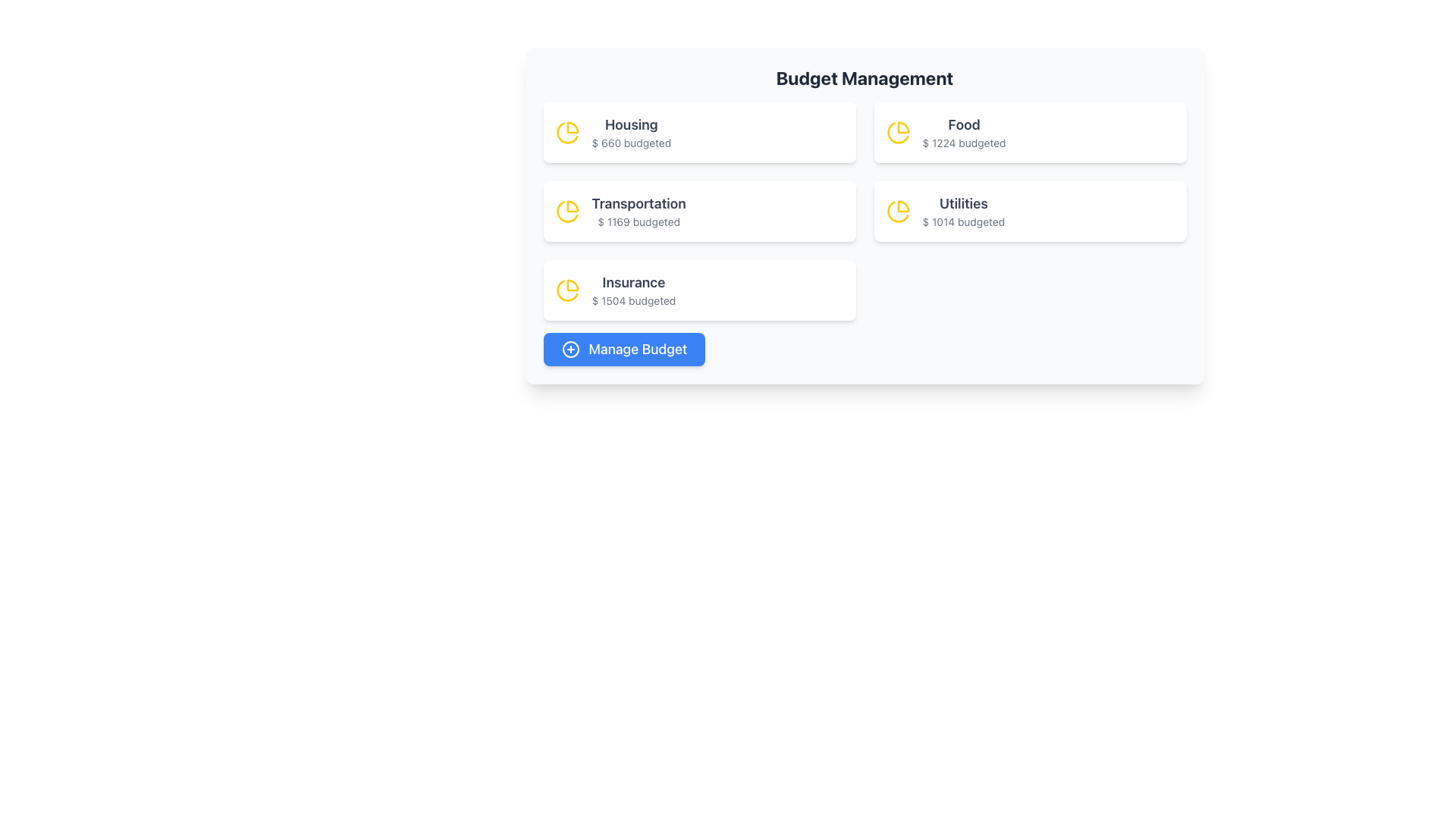 Image resolution: width=1456 pixels, height=819 pixels. I want to click on text content of the Text element displaying '$ 1169 budgeted', which is located under the 'Transportation' title in the budget items grid, so click(639, 222).